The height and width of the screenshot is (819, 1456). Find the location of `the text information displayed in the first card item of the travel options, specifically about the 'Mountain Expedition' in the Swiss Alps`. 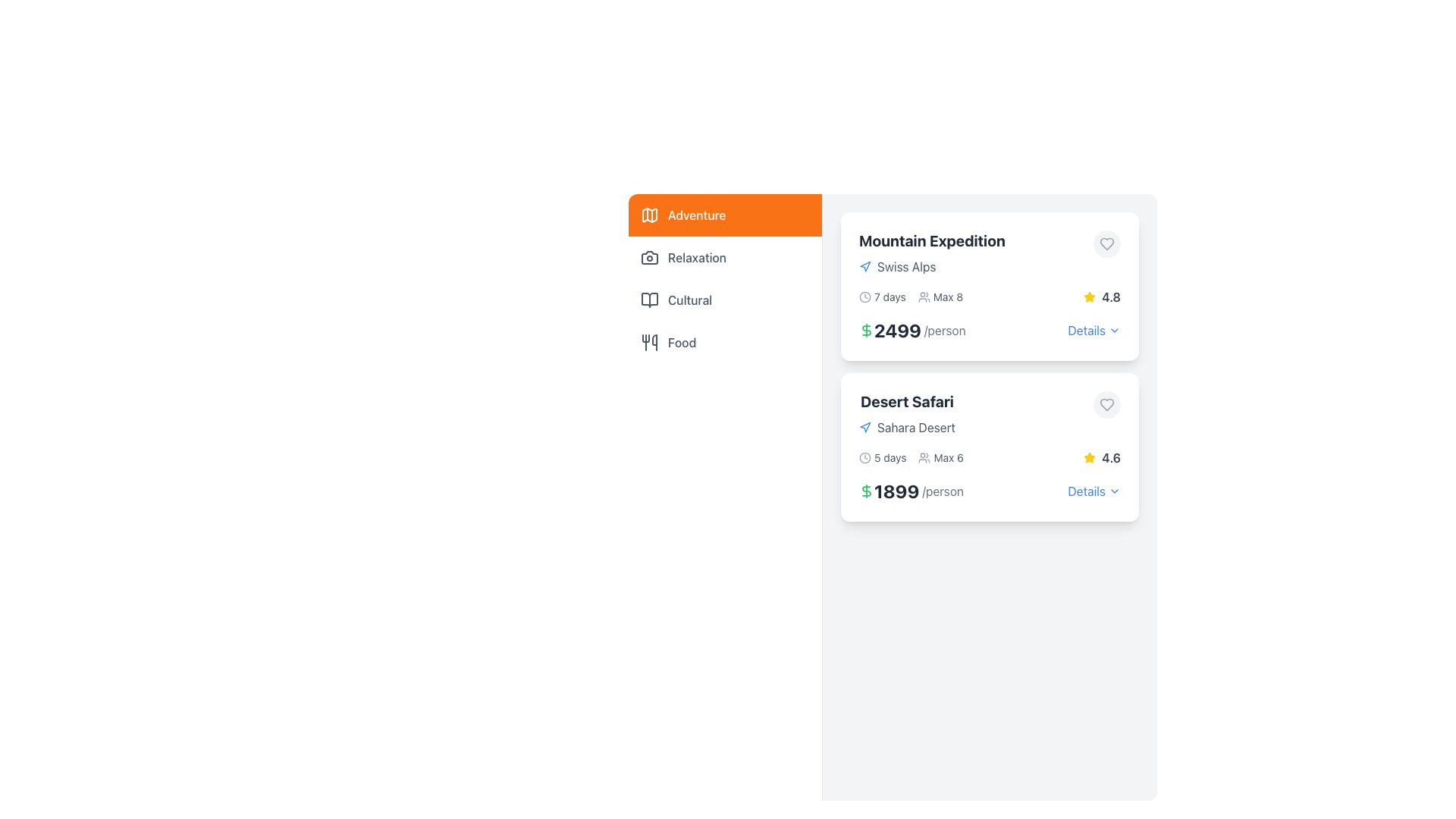

the text information displayed in the first card item of the travel options, specifically about the 'Mountain Expedition' in the Swiss Alps is located at coordinates (990, 253).